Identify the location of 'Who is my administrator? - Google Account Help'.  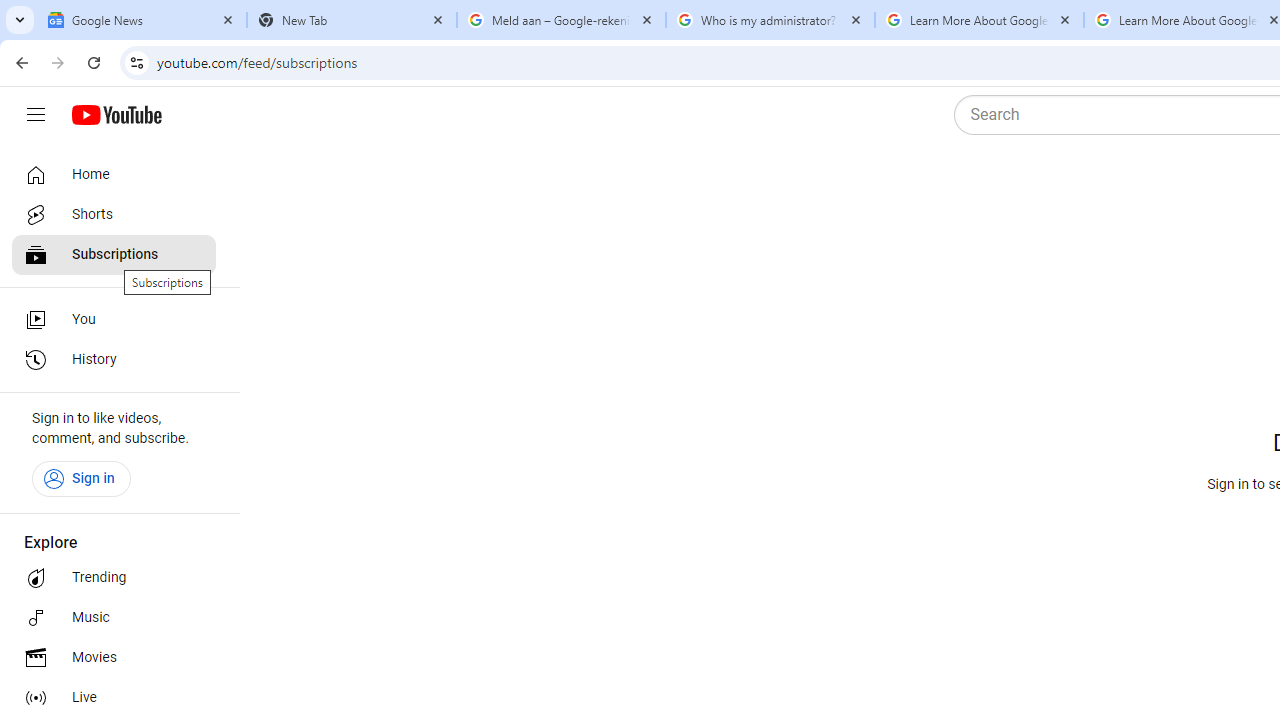
(769, 20).